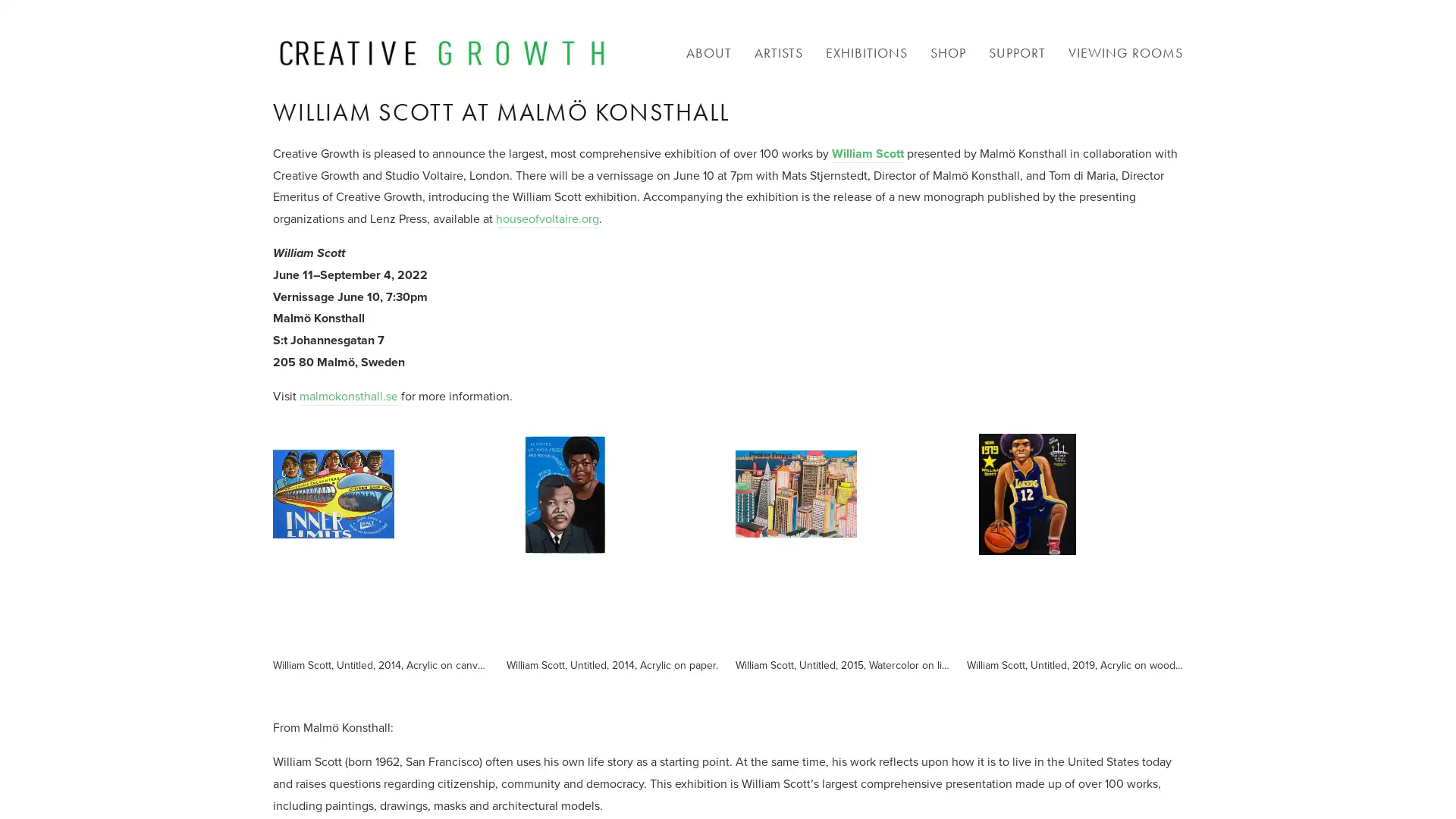 This screenshot has width=1456, height=819. Describe the element at coordinates (843, 540) in the screenshot. I see `View fullsize William Scott, Untitled, 2015, Watercolor on lithograph.` at that location.